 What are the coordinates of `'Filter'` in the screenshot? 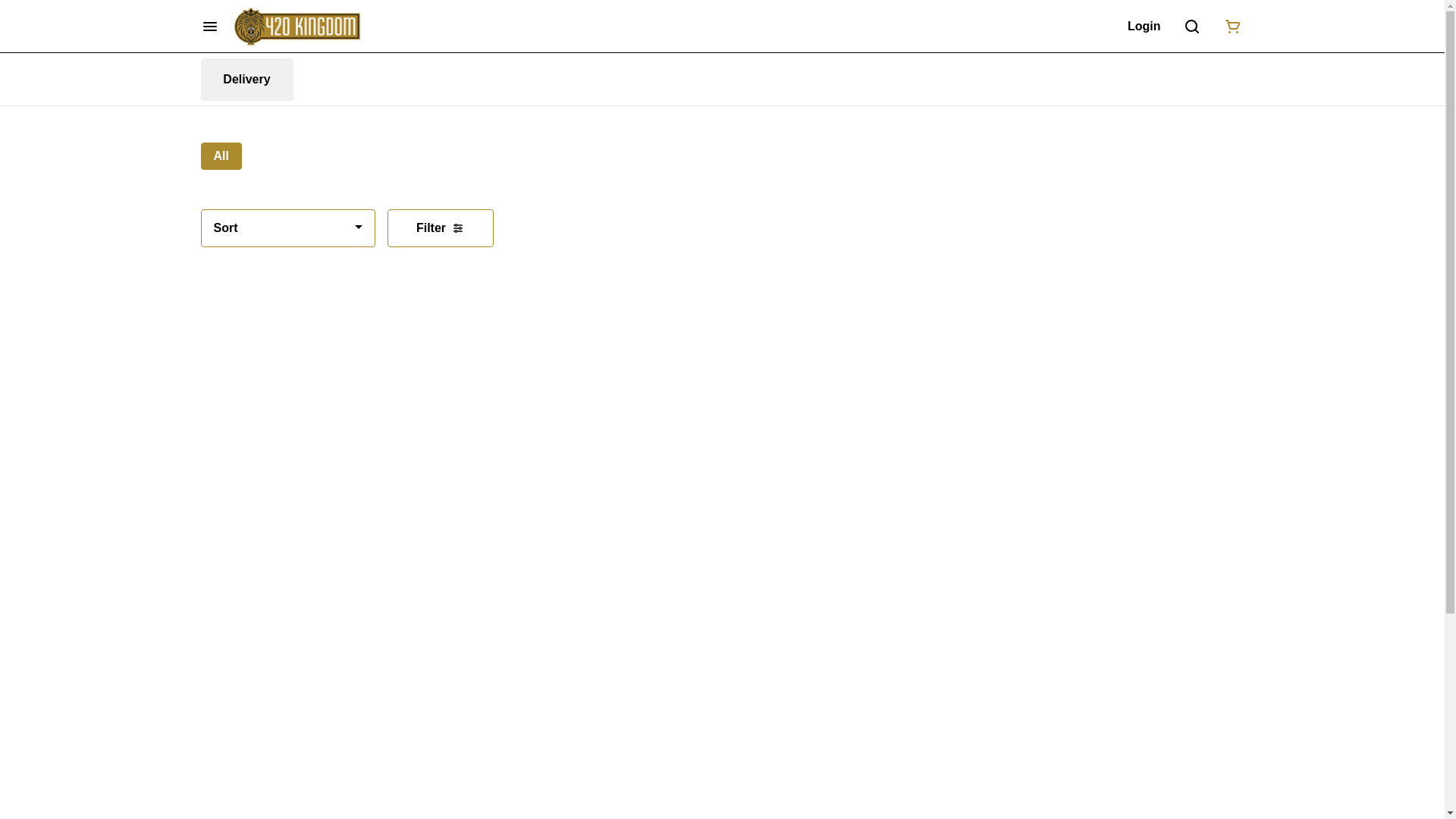 It's located at (386, 227).